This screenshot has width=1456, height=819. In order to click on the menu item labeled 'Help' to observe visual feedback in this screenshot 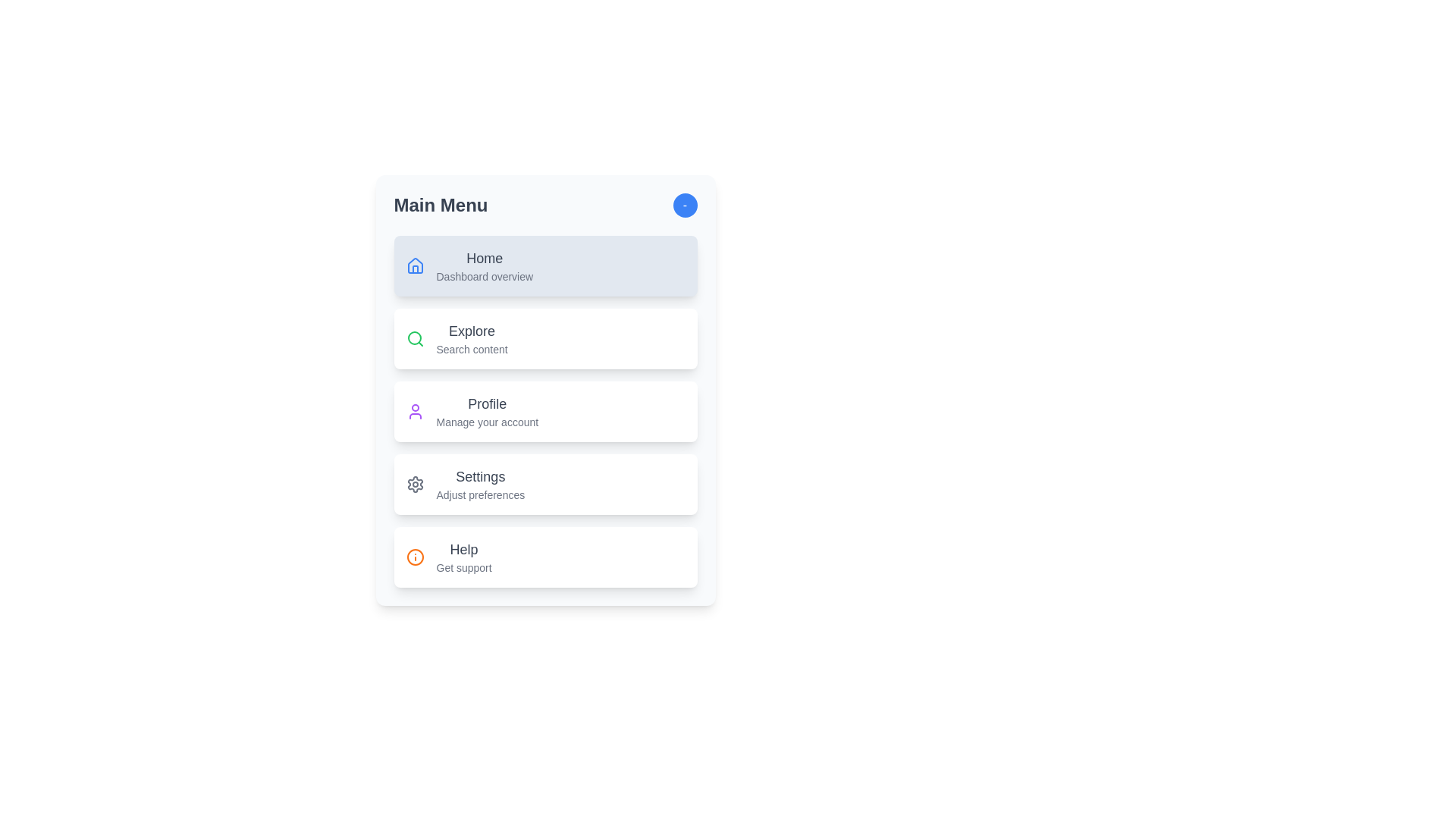, I will do `click(545, 557)`.